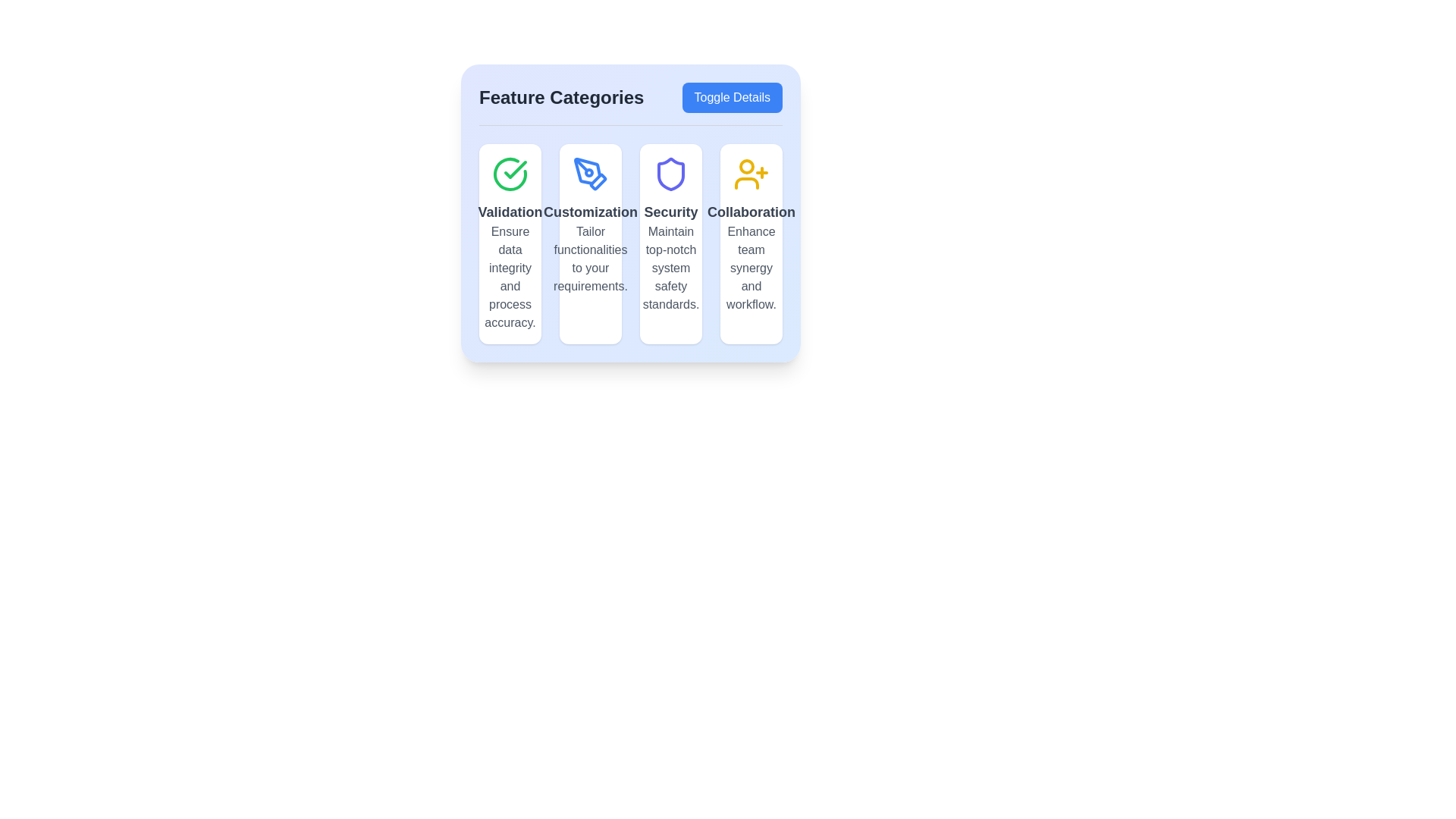 The image size is (1456, 819). I want to click on descriptive text from the second informational card about the 'Customization' feature, located in the top row of the card grid between the 'Validation' and 'Security' cards, so click(589, 243).